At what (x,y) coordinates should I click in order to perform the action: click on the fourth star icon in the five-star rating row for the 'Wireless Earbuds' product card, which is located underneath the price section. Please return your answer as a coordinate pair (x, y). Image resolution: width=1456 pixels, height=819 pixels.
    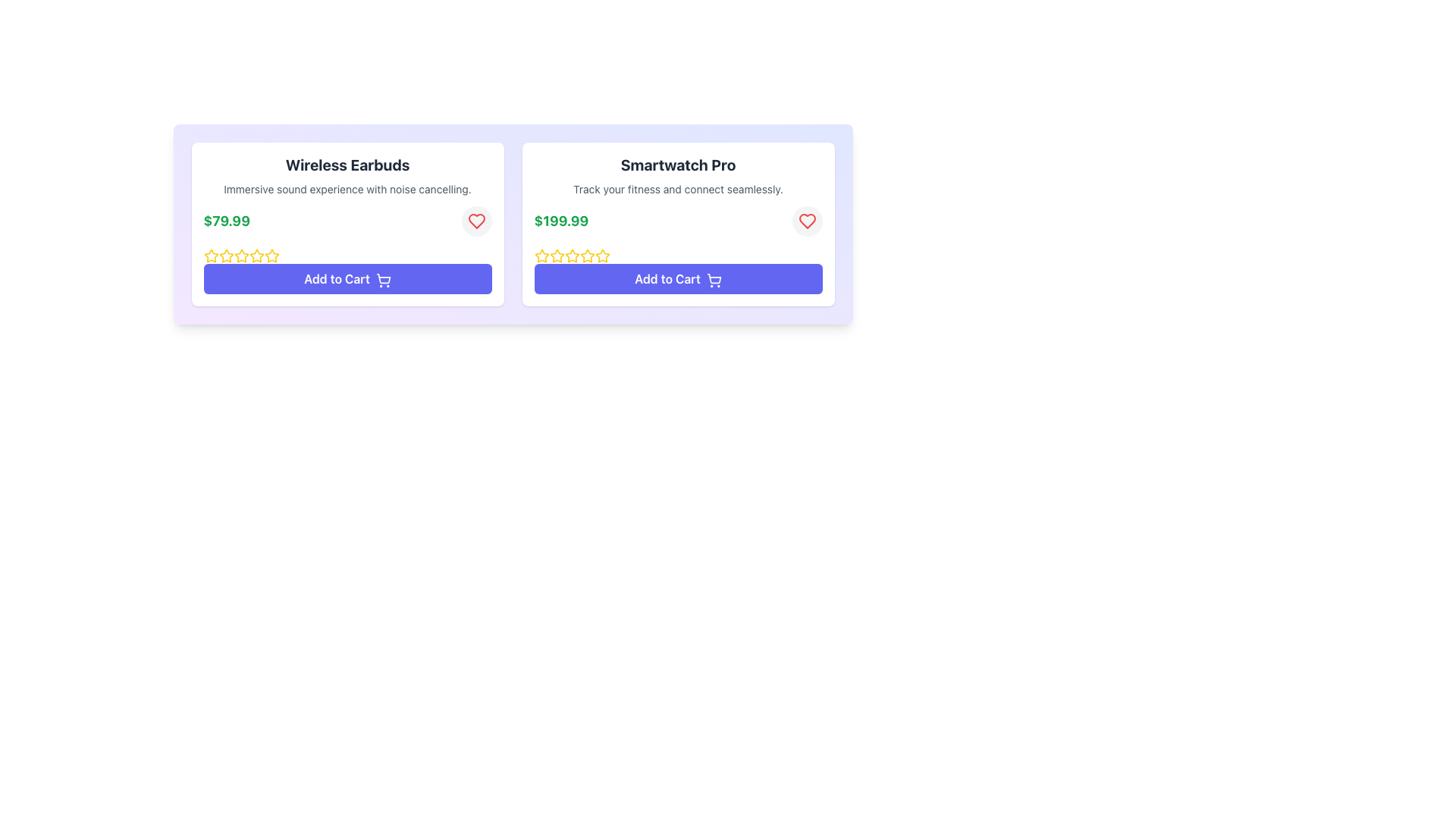
    Looking at the image, I should click on (271, 255).